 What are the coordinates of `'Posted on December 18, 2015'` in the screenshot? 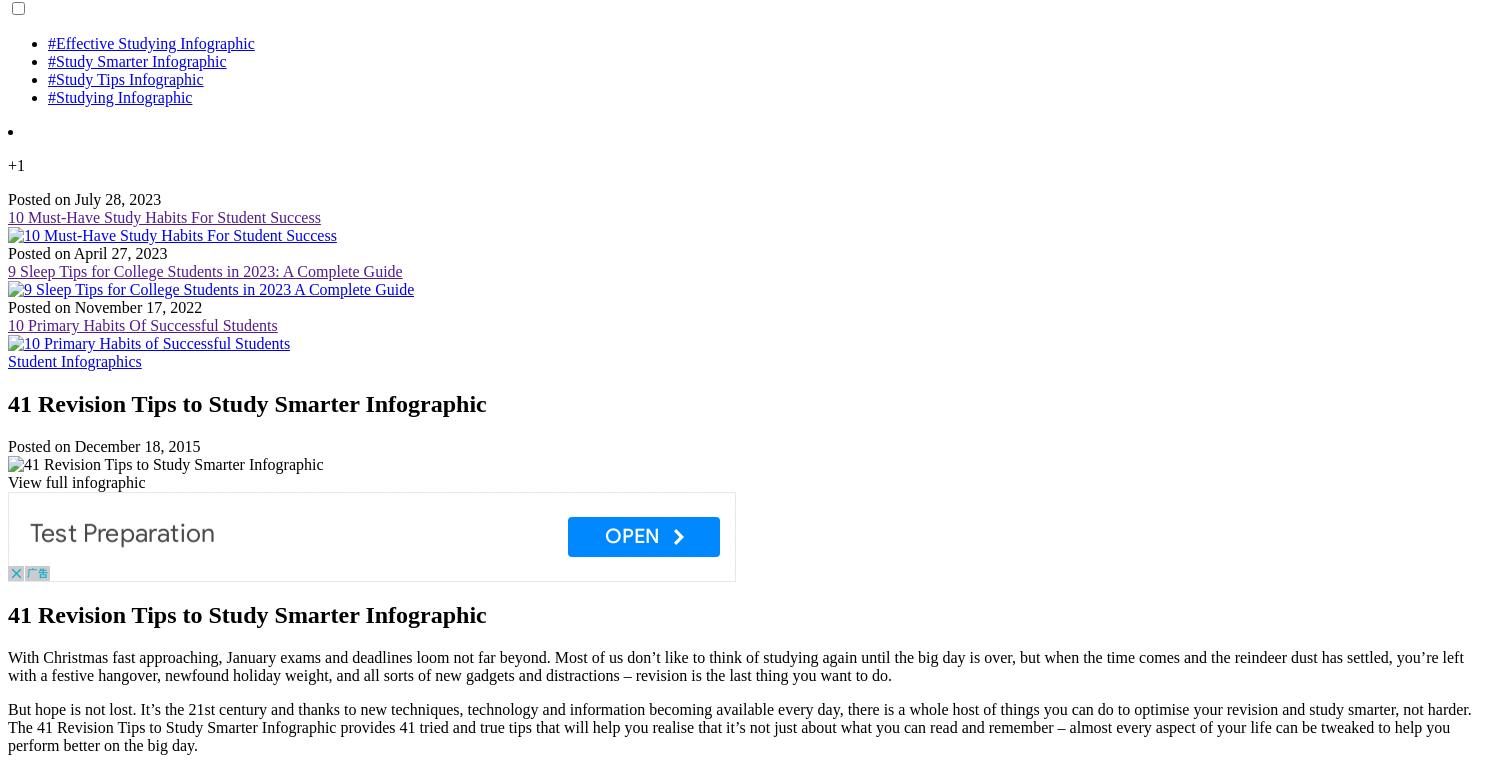 It's located at (103, 444).